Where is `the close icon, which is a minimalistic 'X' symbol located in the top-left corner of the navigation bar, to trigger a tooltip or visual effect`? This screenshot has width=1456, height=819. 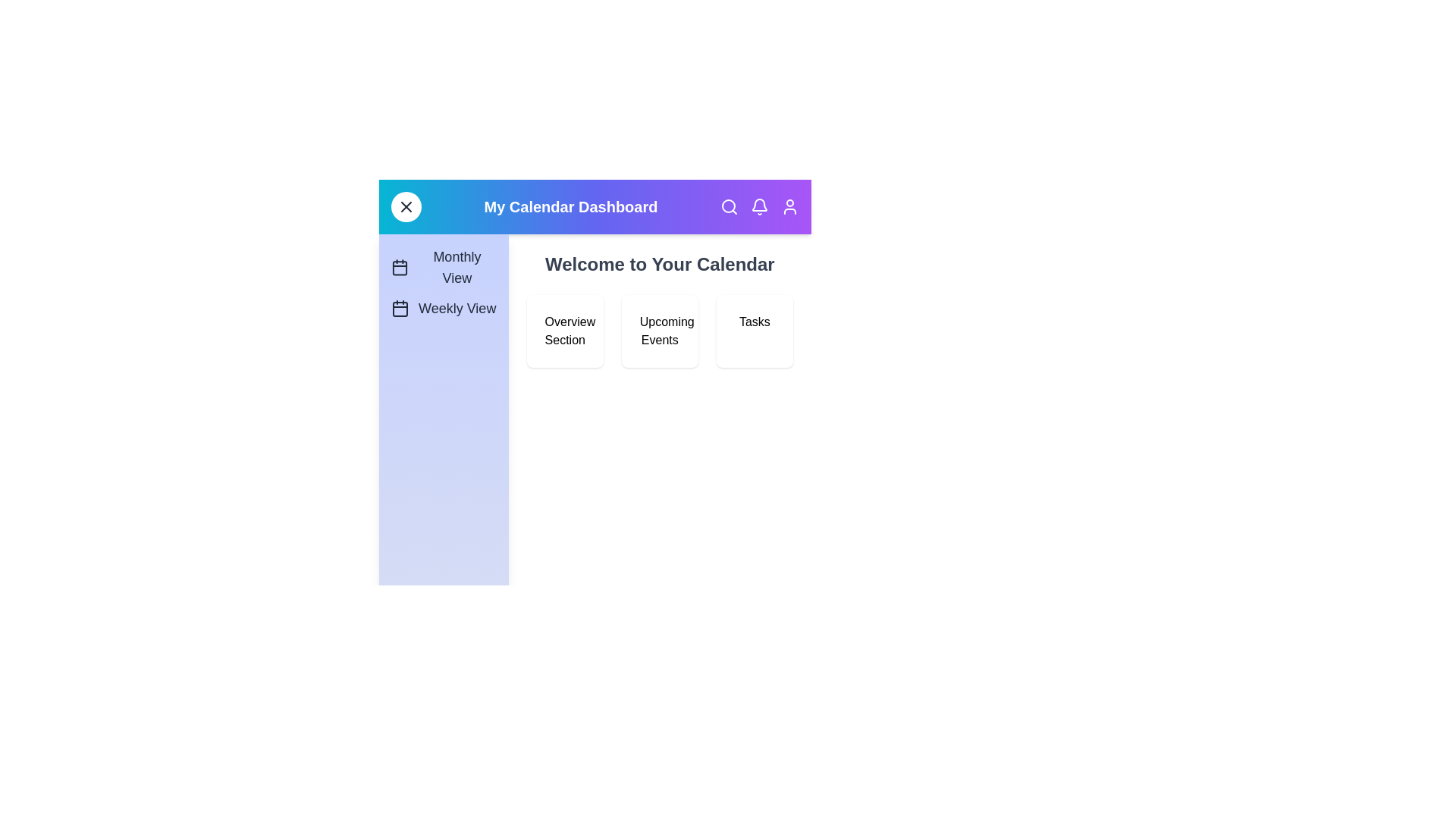
the close icon, which is a minimalistic 'X' symbol located in the top-left corner of the navigation bar, to trigger a tooltip or visual effect is located at coordinates (406, 207).